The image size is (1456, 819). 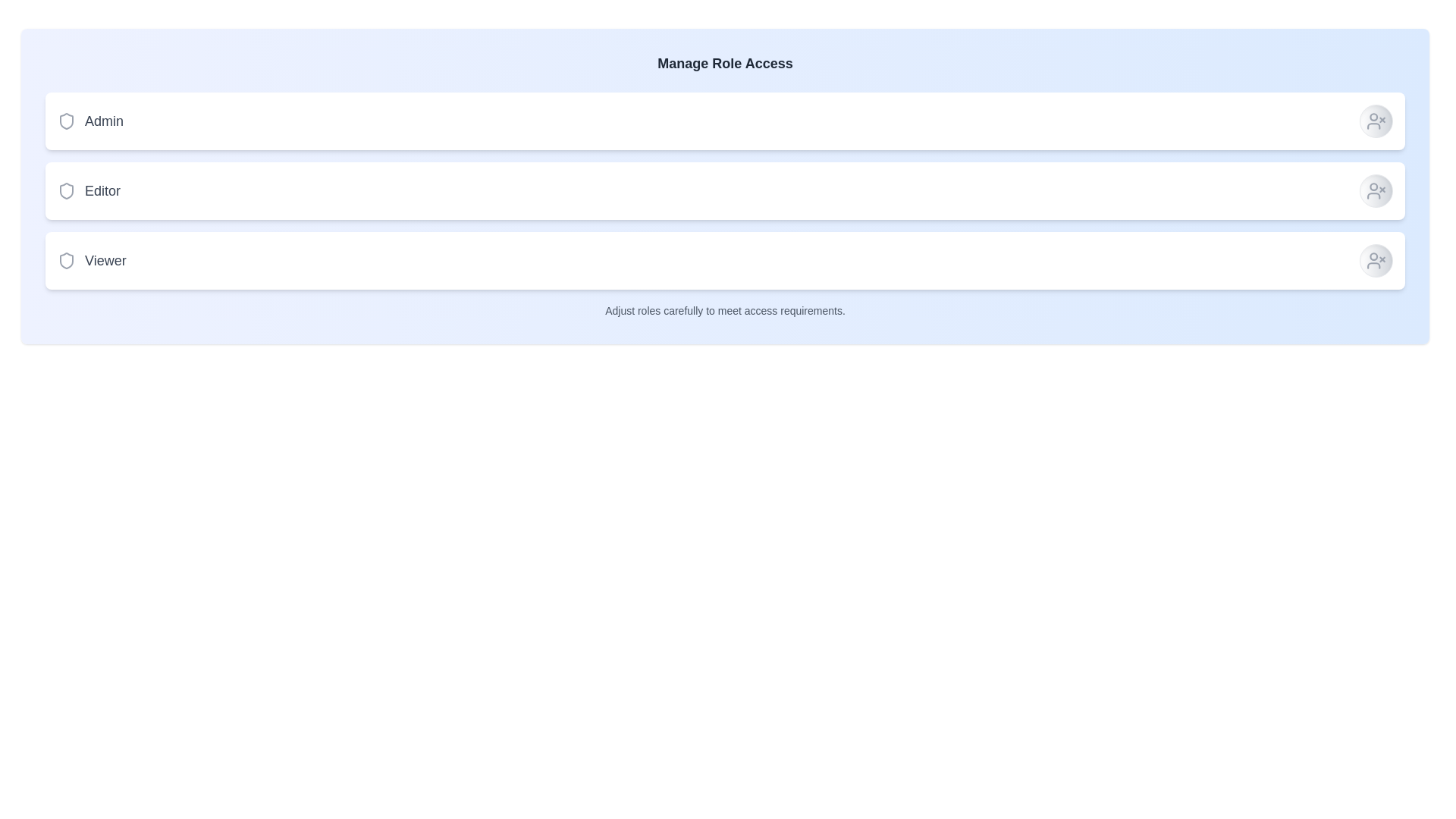 I want to click on the 'Viewer' role icon by, so click(x=65, y=259).